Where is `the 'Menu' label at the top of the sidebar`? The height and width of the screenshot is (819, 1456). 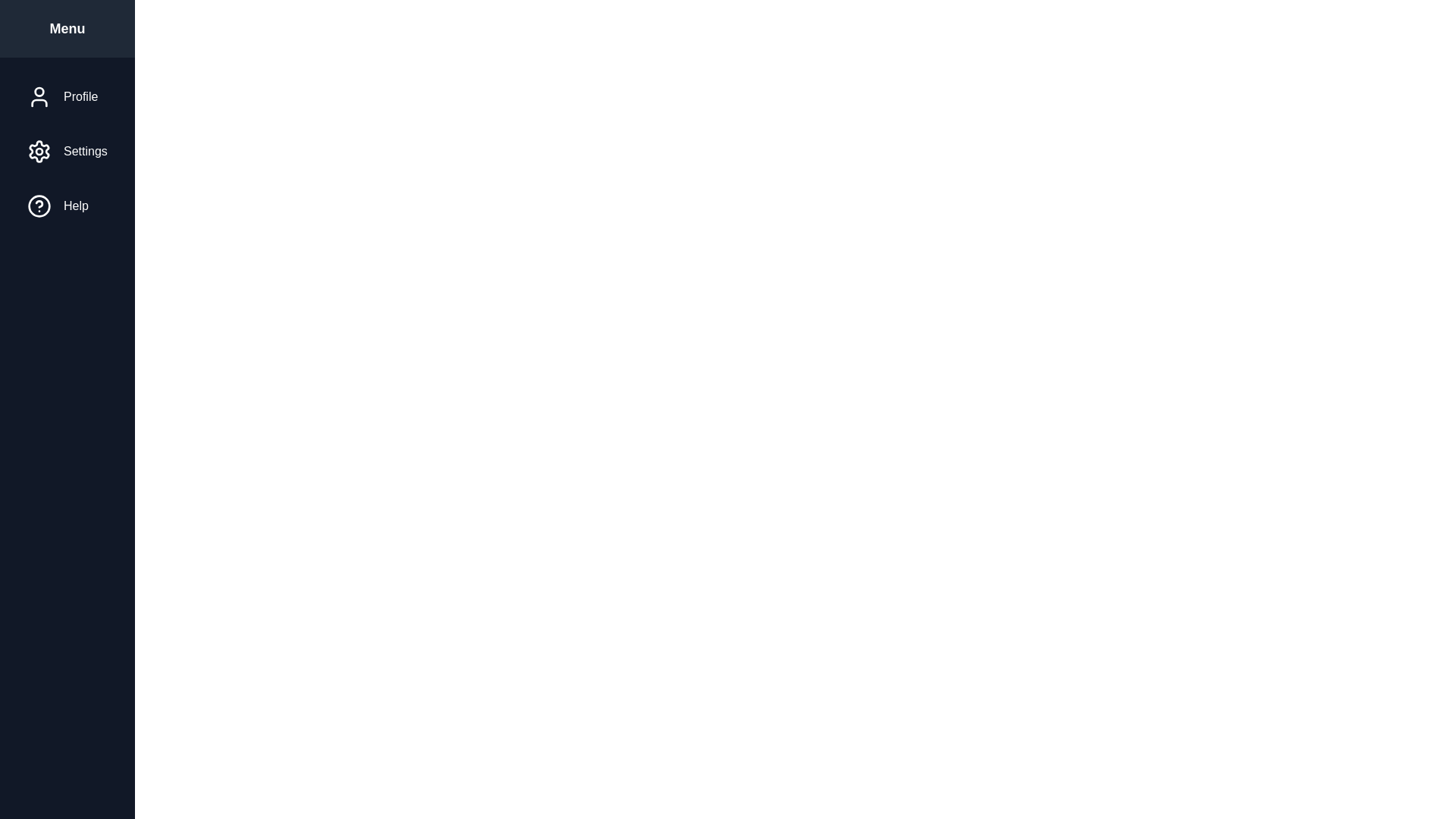
the 'Menu' label at the top of the sidebar is located at coordinates (65, 29).